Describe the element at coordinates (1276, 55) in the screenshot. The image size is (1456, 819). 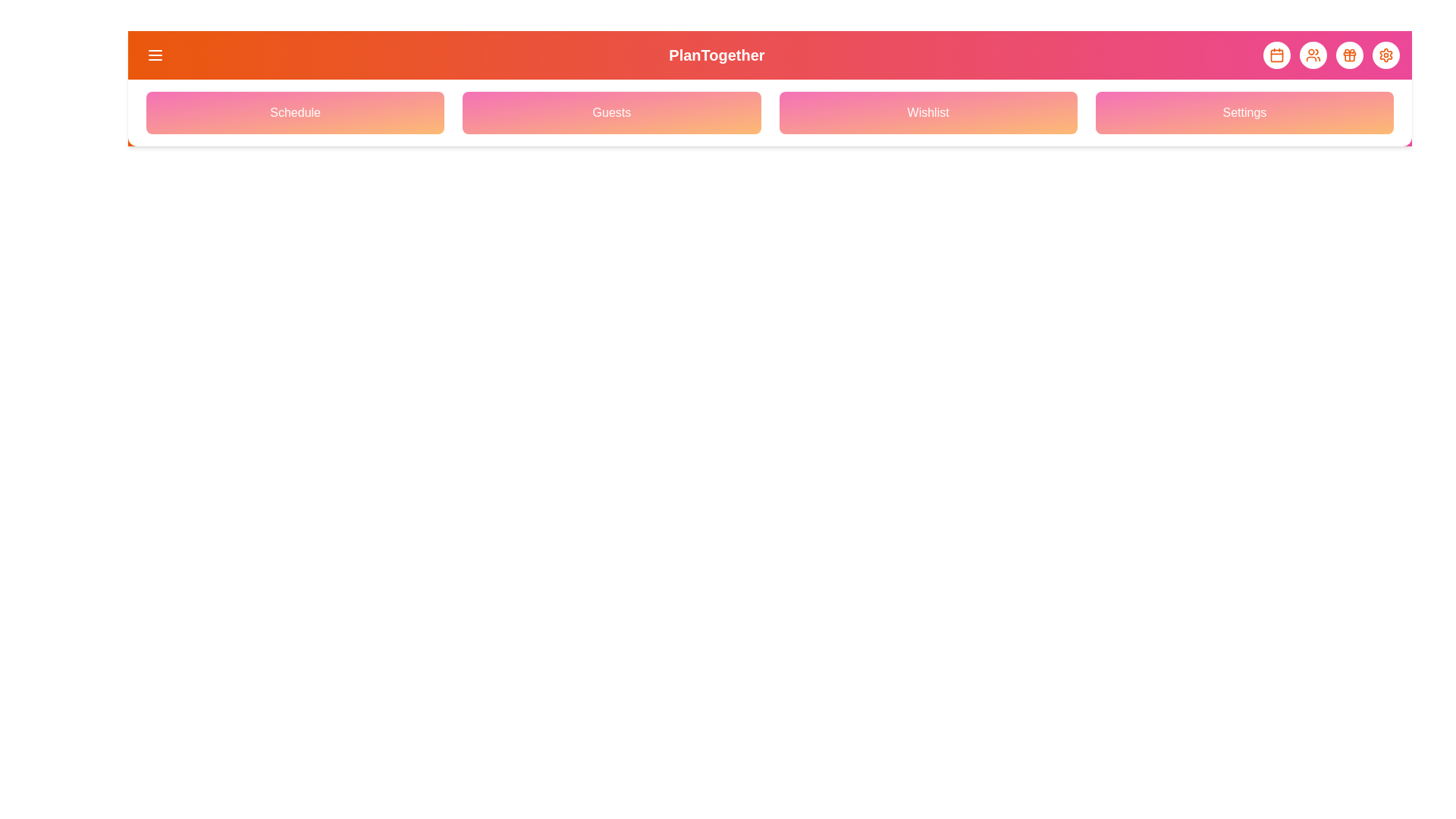
I see `the header button corresponding to Calendar` at that location.